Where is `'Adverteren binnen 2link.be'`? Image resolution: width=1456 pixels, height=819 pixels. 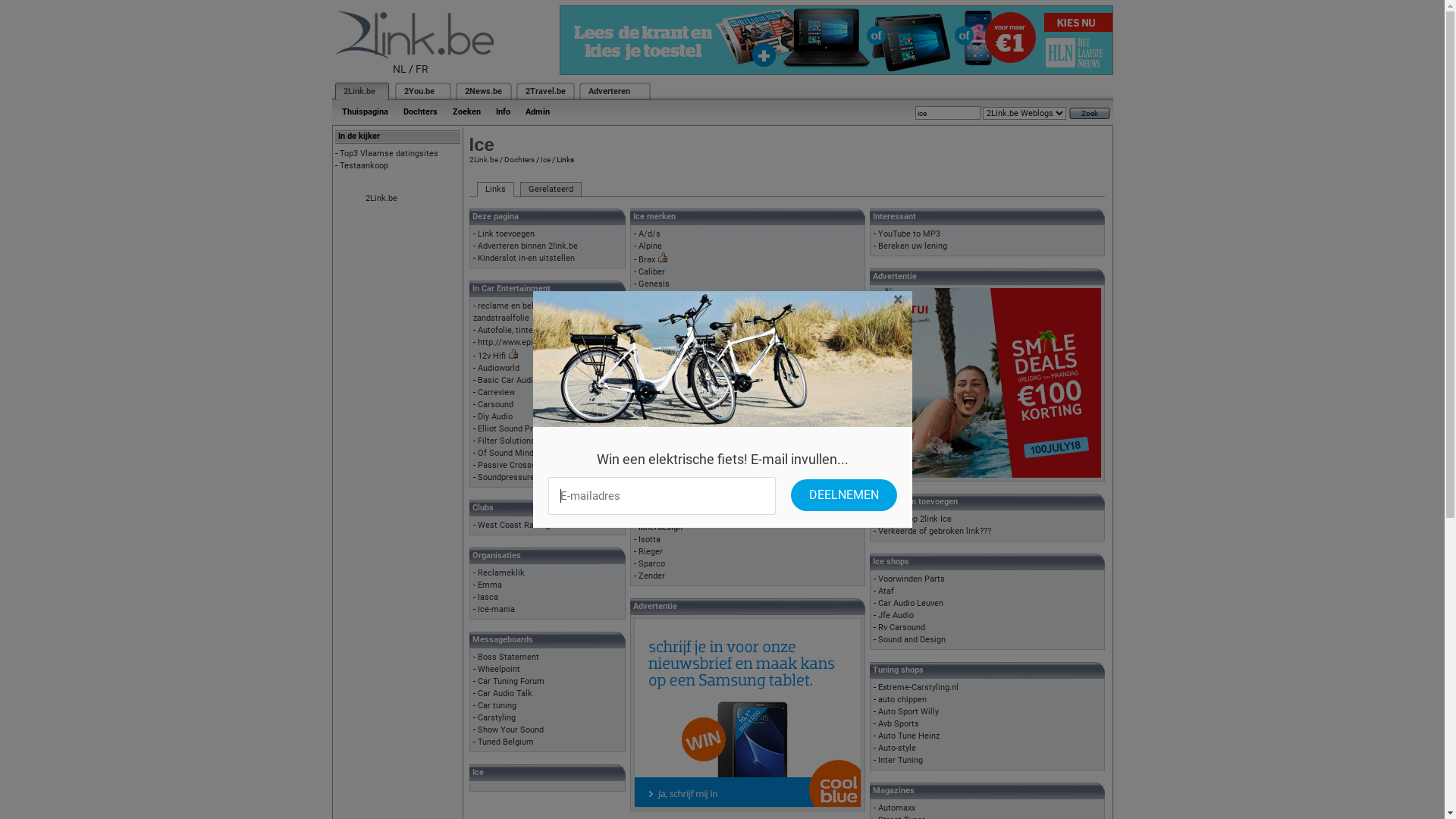 'Adverteren binnen 2link.be' is located at coordinates (476, 245).